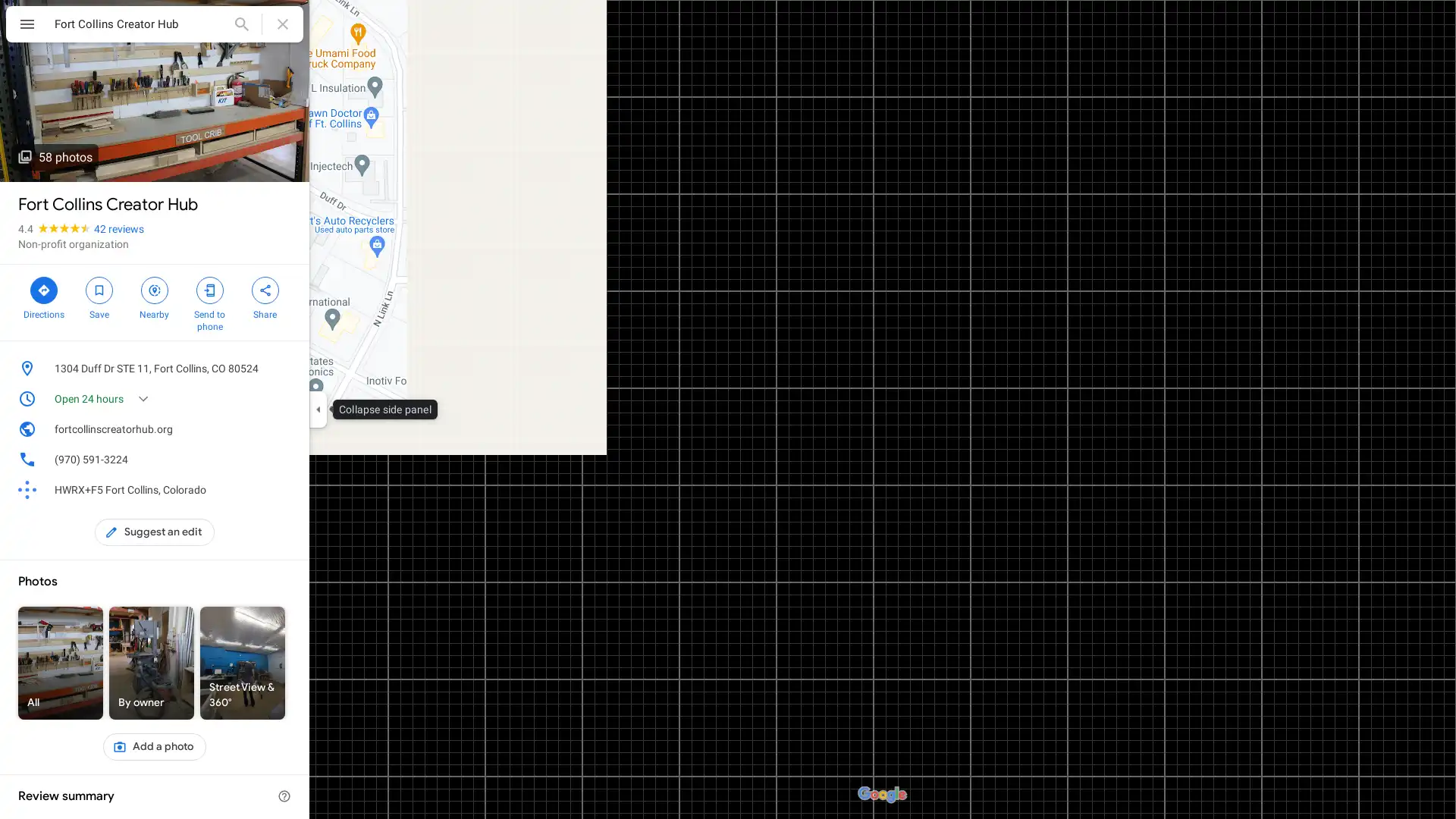  Describe the element at coordinates (209, 302) in the screenshot. I see `Send Fort Collins Creator Hub to your phone` at that location.